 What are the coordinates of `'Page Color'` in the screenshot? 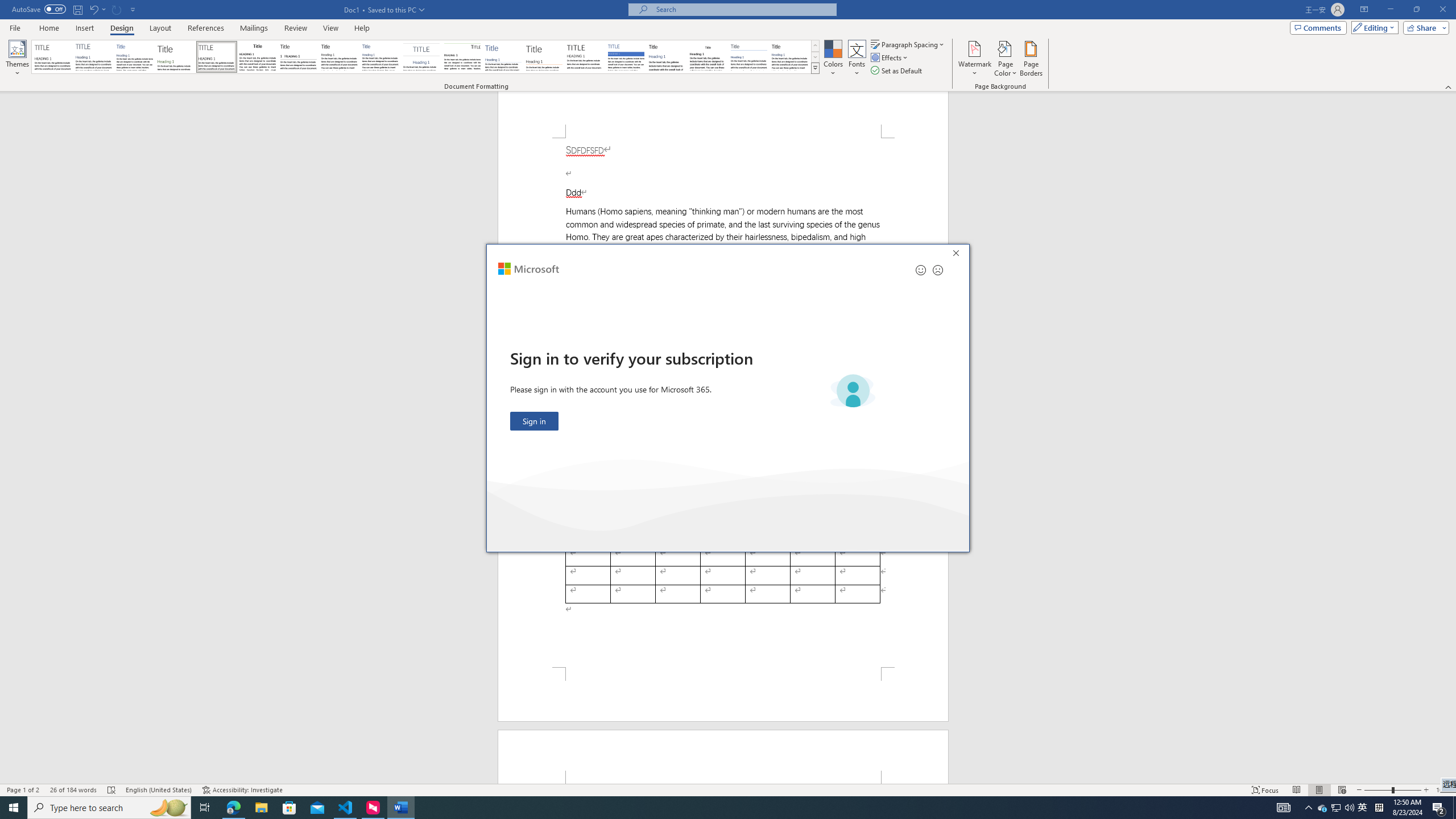 It's located at (1006, 59).